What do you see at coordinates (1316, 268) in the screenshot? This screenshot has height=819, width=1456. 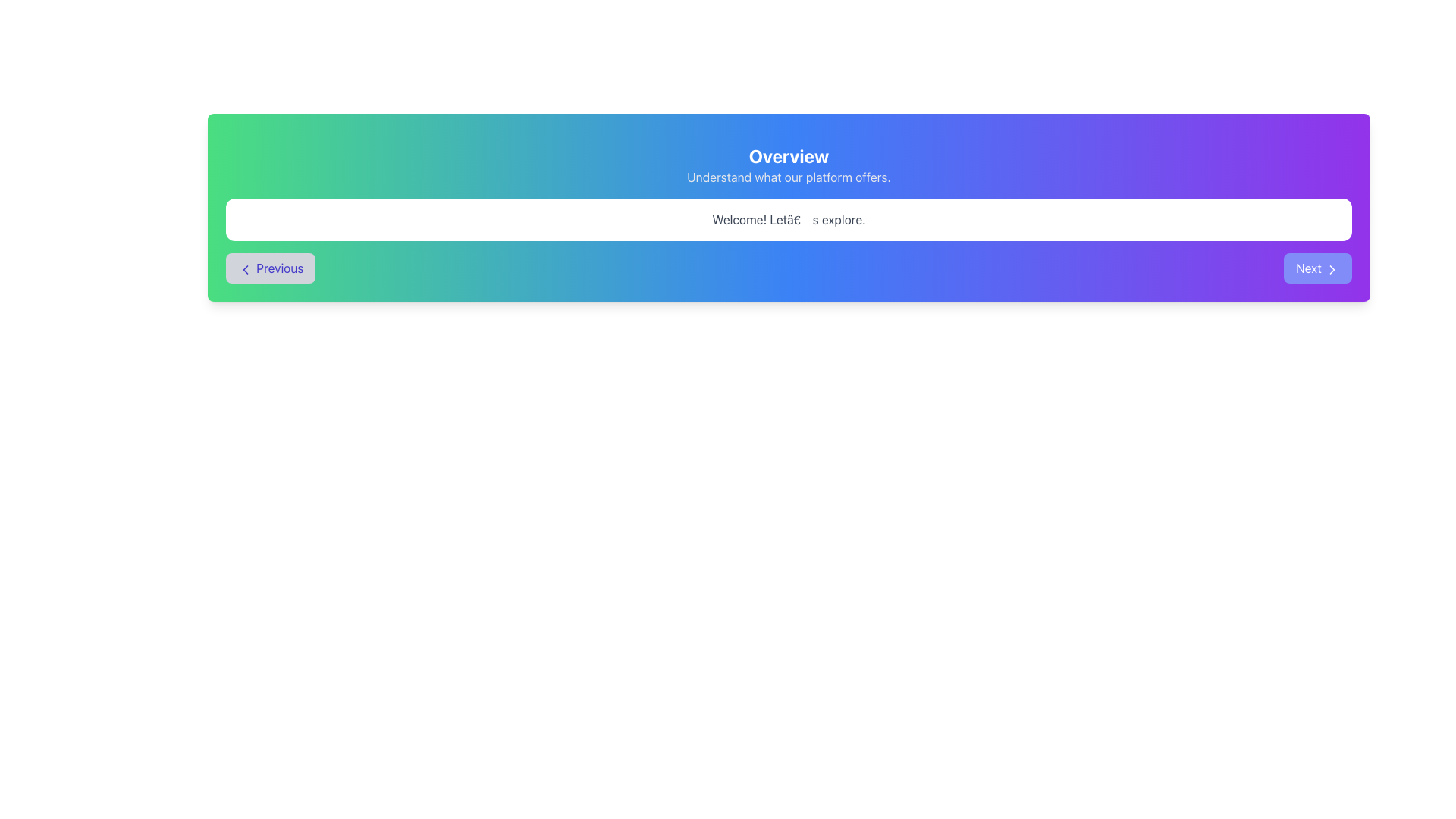 I see `the 'Next' button with a purple background and white text` at bounding box center [1316, 268].